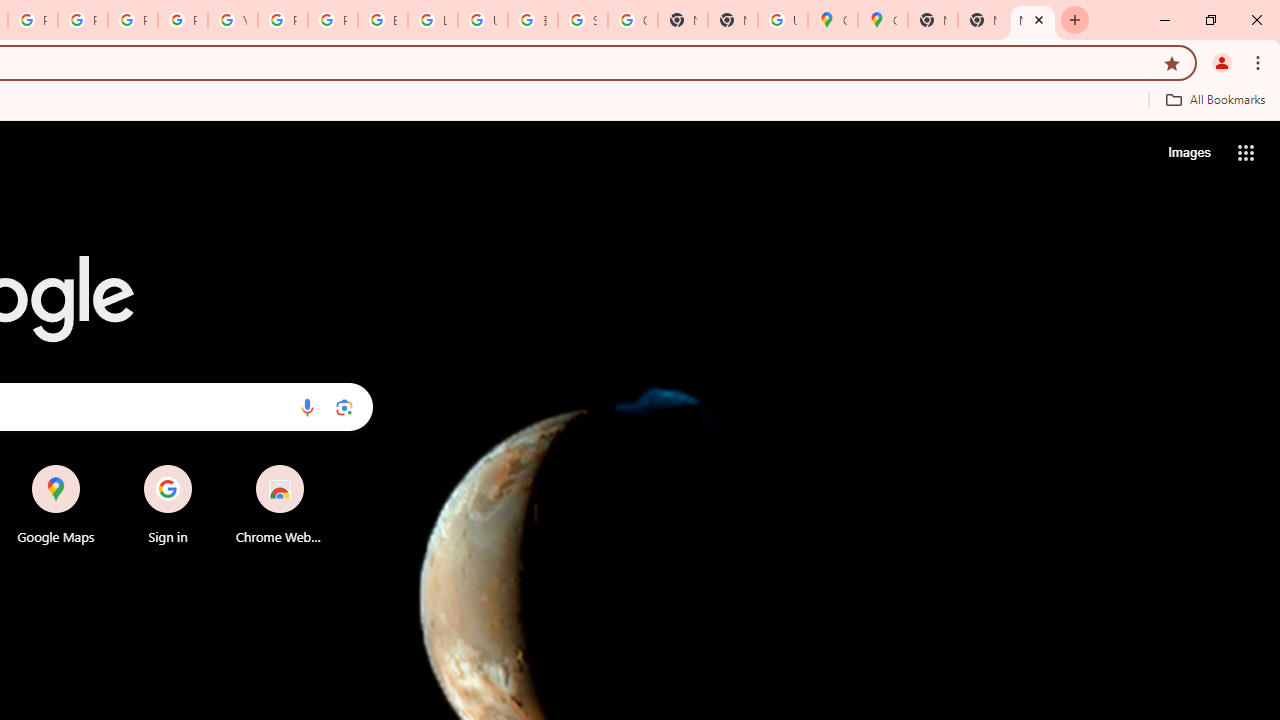 The height and width of the screenshot is (720, 1280). What do you see at coordinates (383, 20) in the screenshot?
I see `'Browse Chrome as a guest - Computer - Google Chrome Help'` at bounding box center [383, 20].